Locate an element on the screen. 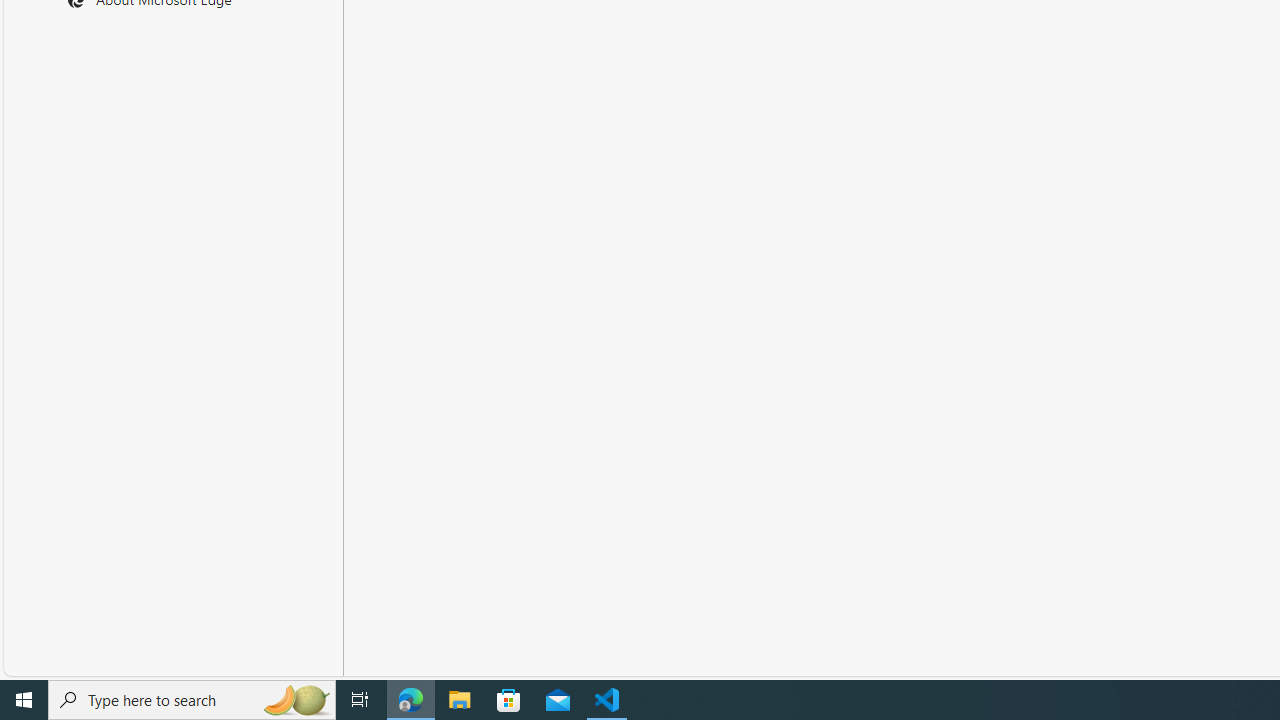  'File Explorer' is located at coordinates (459, 698).